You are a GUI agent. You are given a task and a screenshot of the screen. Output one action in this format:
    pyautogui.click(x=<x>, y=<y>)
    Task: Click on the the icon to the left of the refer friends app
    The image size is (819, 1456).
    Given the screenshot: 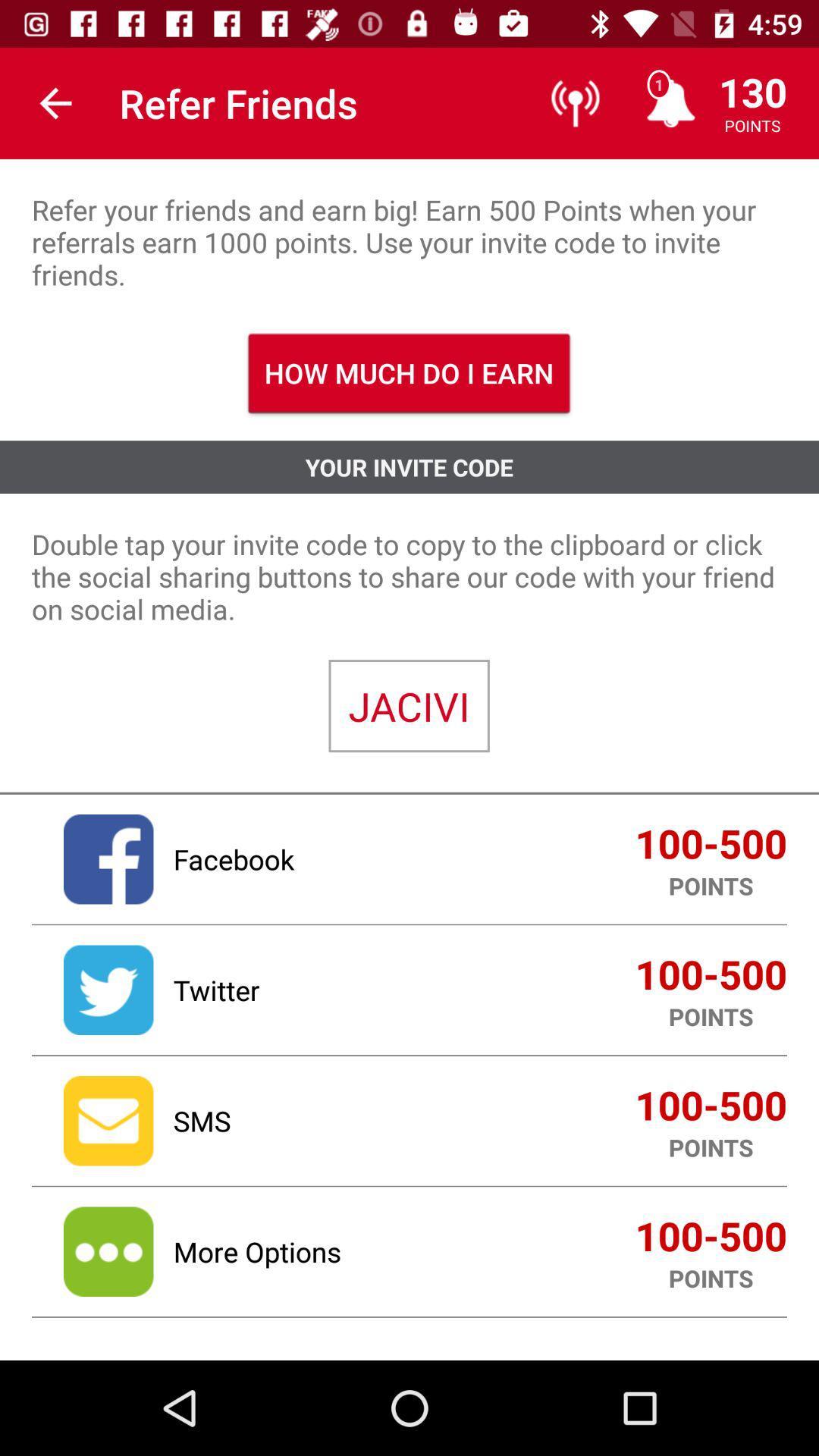 What is the action you would take?
    pyautogui.click(x=55, y=102)
    